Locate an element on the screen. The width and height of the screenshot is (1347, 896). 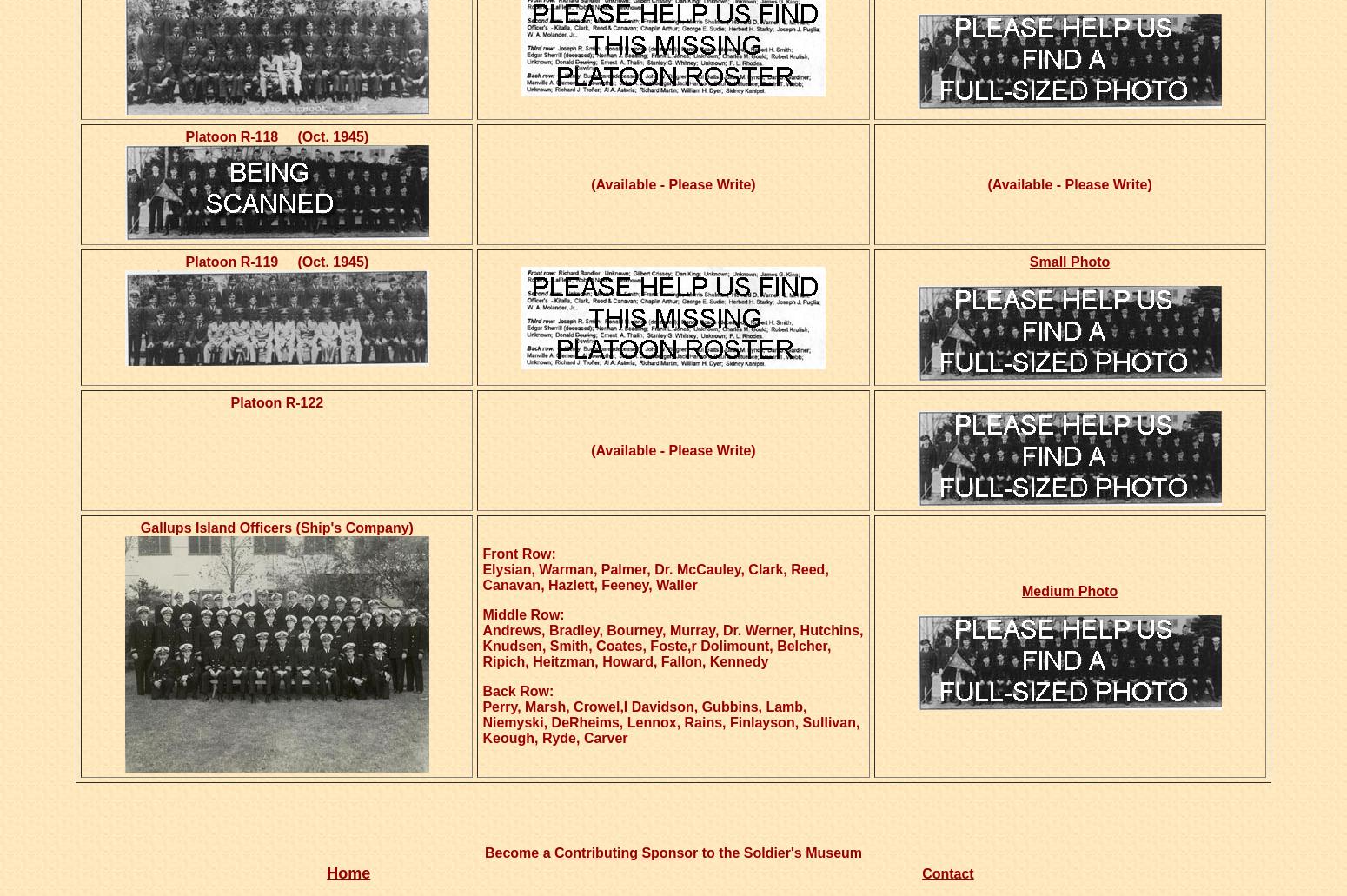
'Middle Row:' is located at coordinates (523, 614).